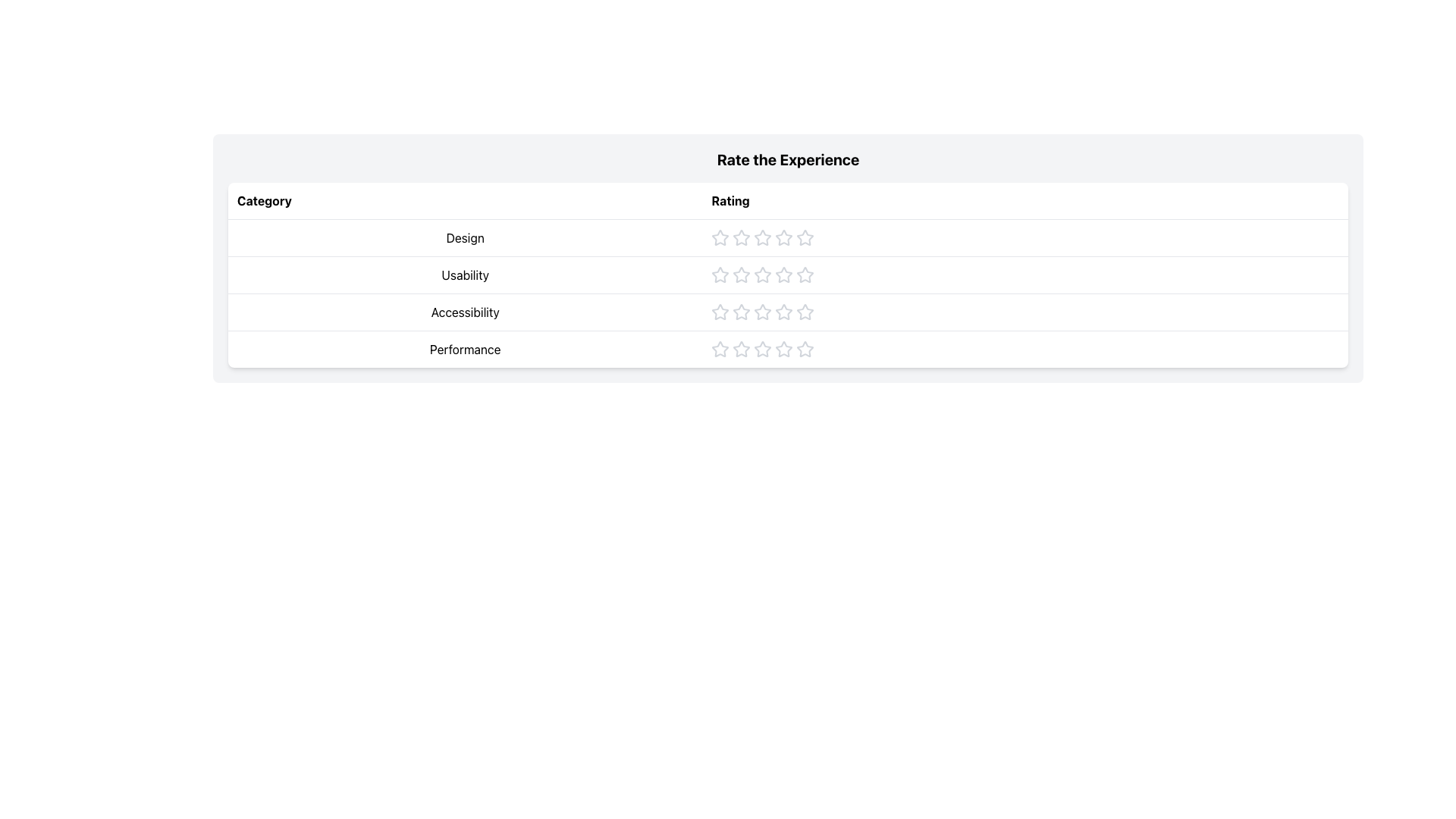 The height and width of the screenshot is (819, 1456). What do you see at coordinates (464, 349) in the screenshot?
I see `the text label displaying 'Performance' located in the fourth row of the 'Category' column in a table` at bounding box center [464, 349].